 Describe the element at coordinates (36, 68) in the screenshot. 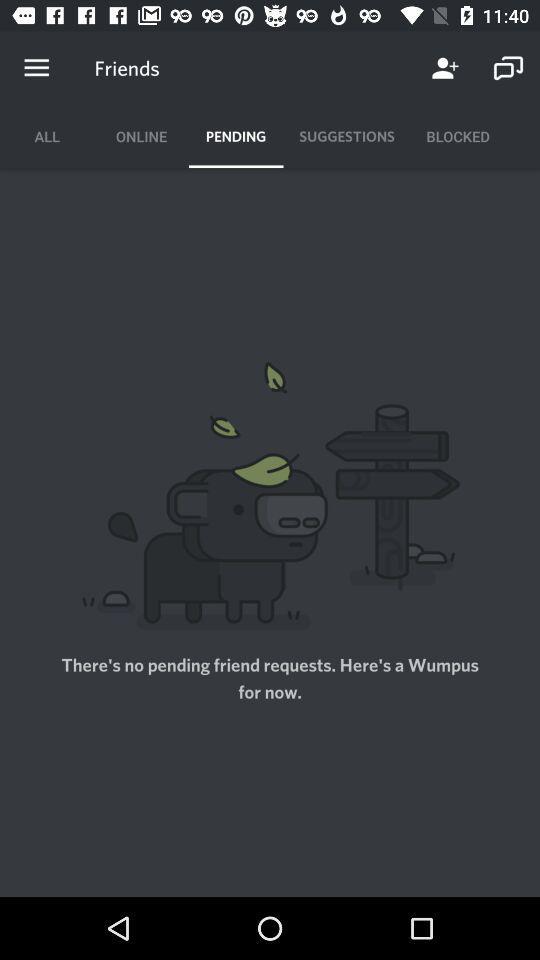

I see `the item to the left of the friends icon` at that location.